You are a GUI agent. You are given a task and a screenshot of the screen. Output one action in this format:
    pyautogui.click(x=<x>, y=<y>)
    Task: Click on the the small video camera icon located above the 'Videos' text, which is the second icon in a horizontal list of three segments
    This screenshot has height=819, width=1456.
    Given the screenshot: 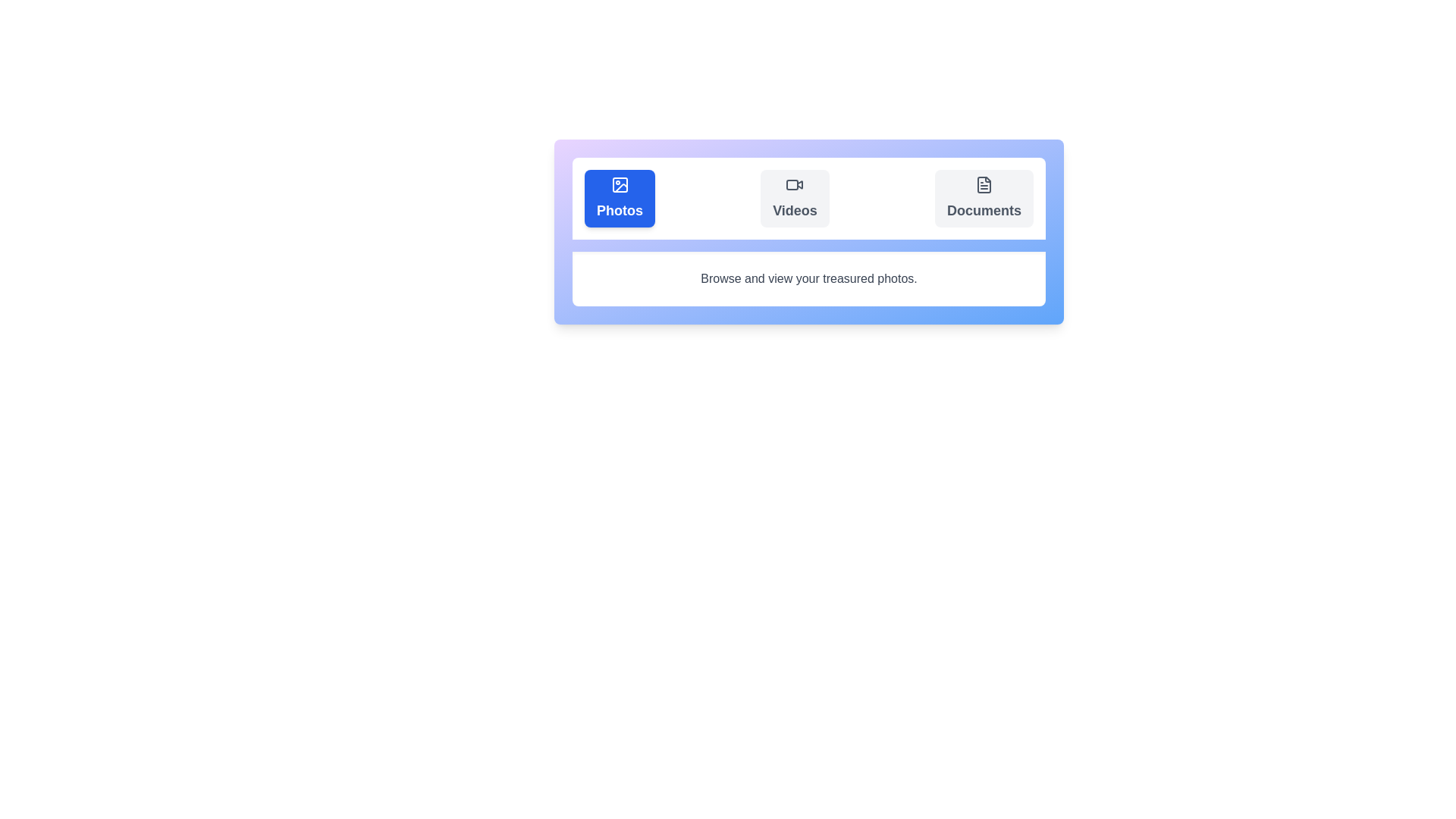 What is the action you would take?
    pyautogui.click(x=794, y=184)
    